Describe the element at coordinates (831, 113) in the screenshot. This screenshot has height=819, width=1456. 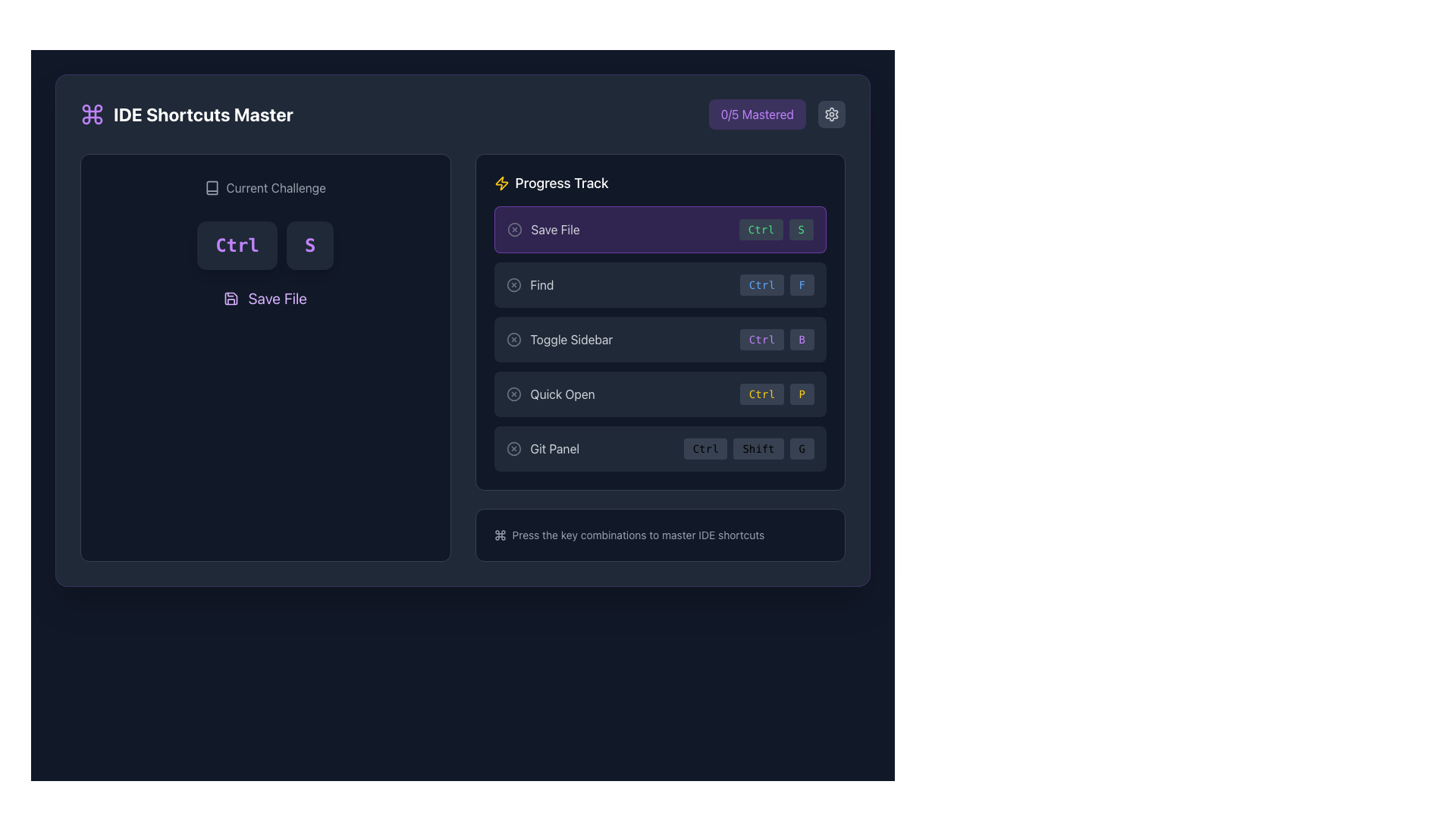
I see `the settings icon located in the top-right corner of the interface` at that location.